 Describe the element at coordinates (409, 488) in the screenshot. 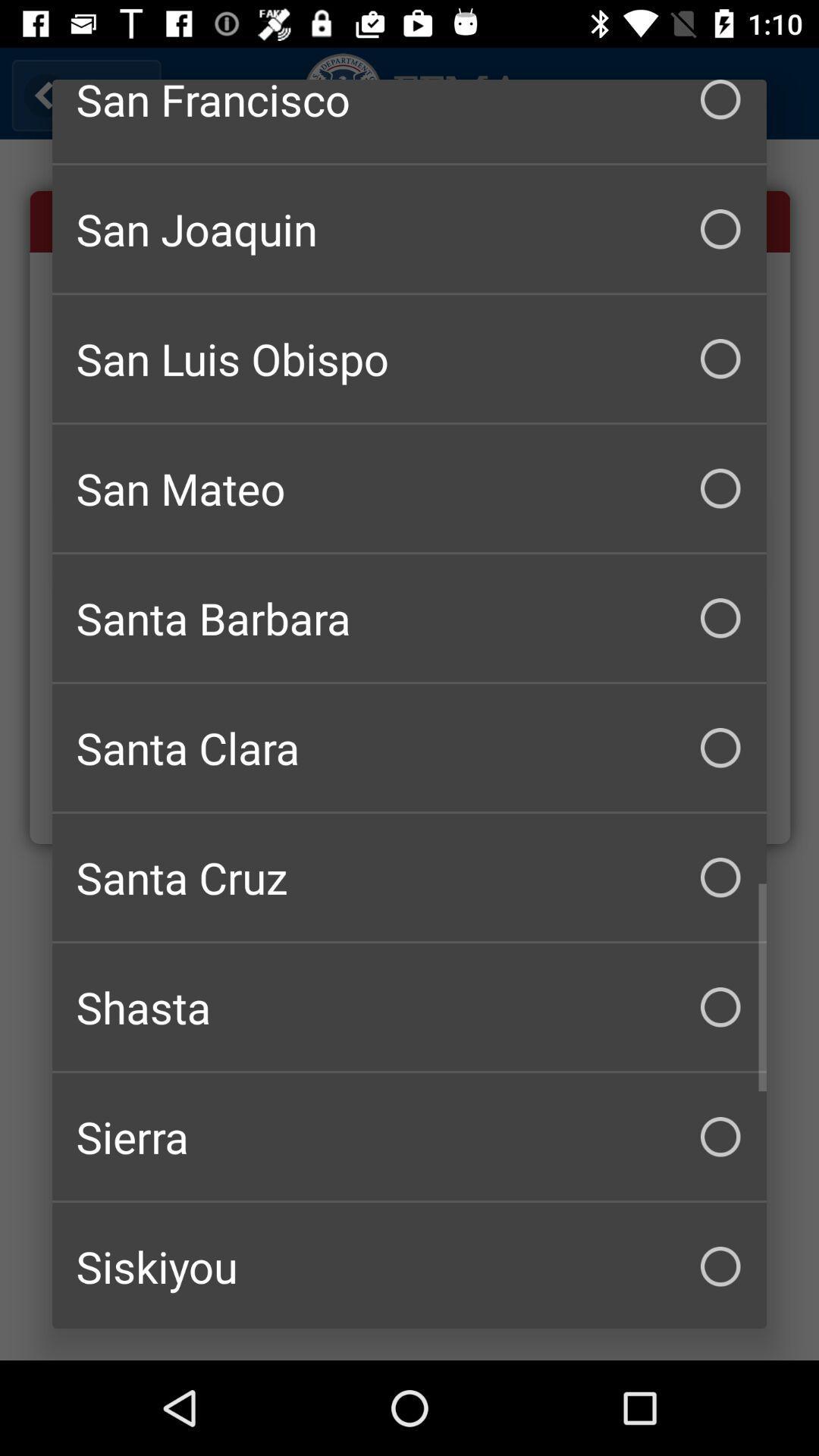

I see `the san mateo checkbox` at that location.